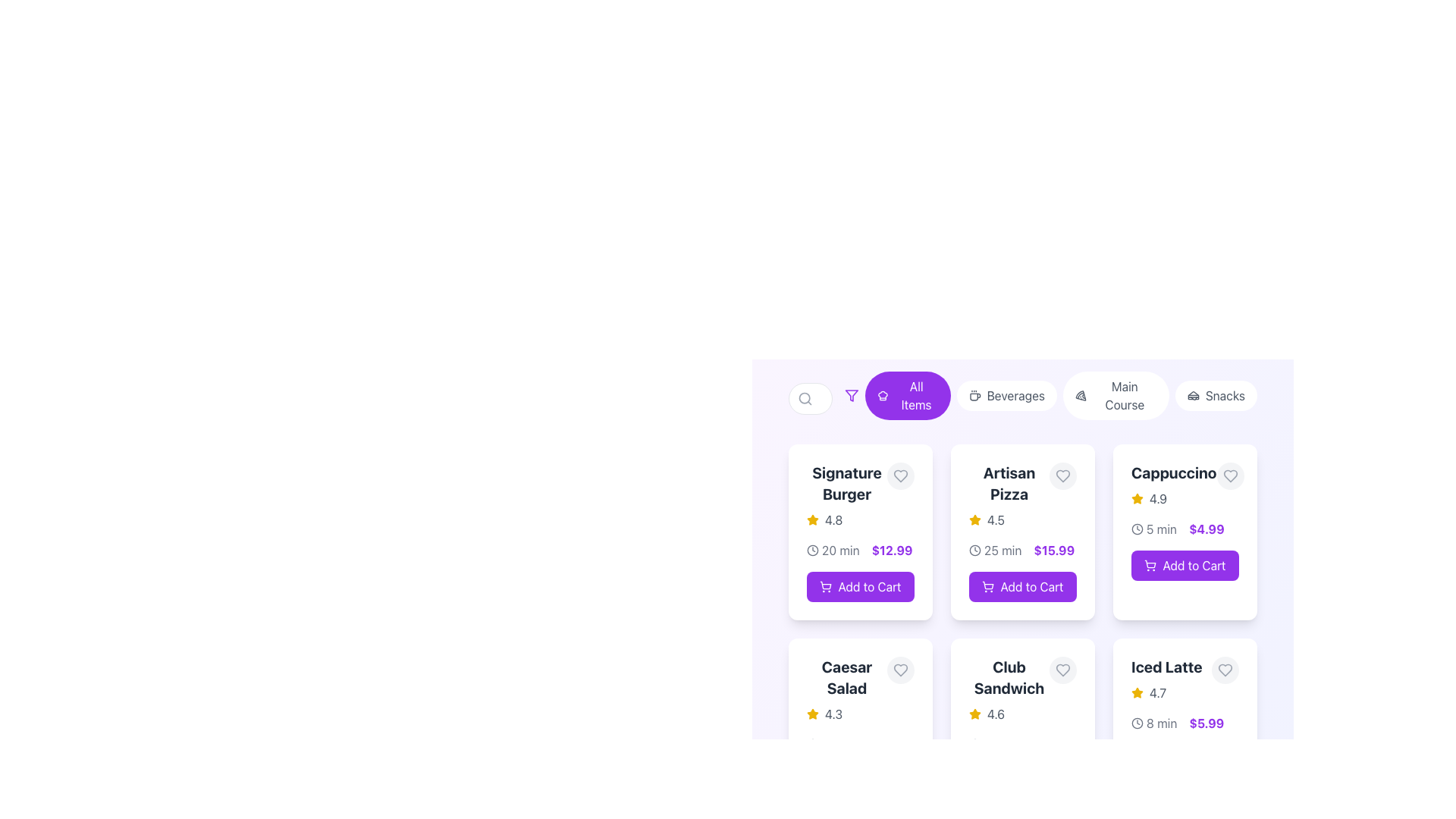  I want to click on the clock icon located in the top-left portion of the 'Signature Burger' card, which features a circular outline and clock hands, positioned next to the text '20 min', so click(811, 550).